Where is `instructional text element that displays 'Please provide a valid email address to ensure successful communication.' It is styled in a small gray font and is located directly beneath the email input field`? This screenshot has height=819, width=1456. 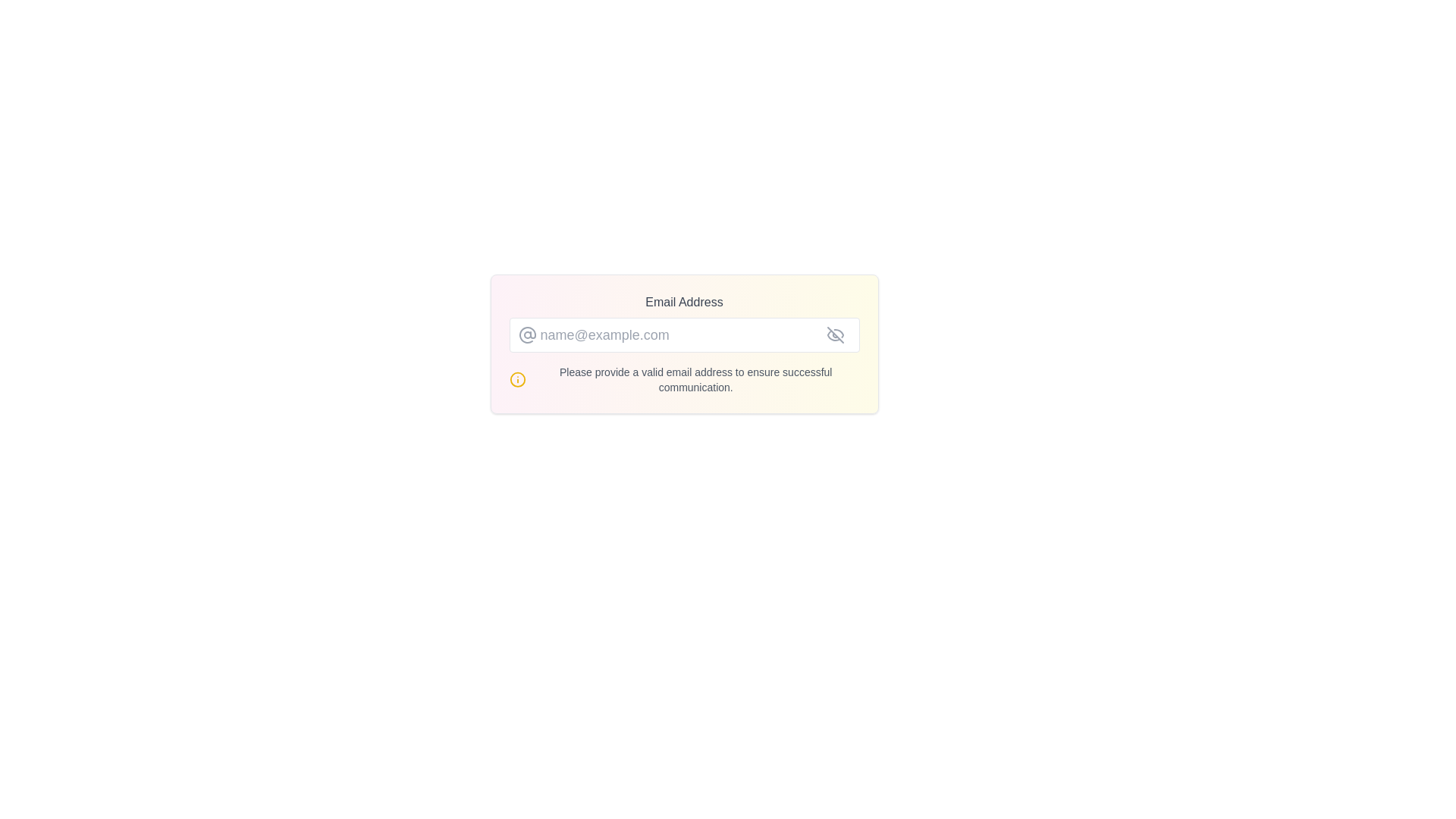 instructional text element that displays 'Please provide a valid email address to ensure successful communication.' It is styled in a small gray font and is located directly beneath the email input field is located at coordinates (695, 379).